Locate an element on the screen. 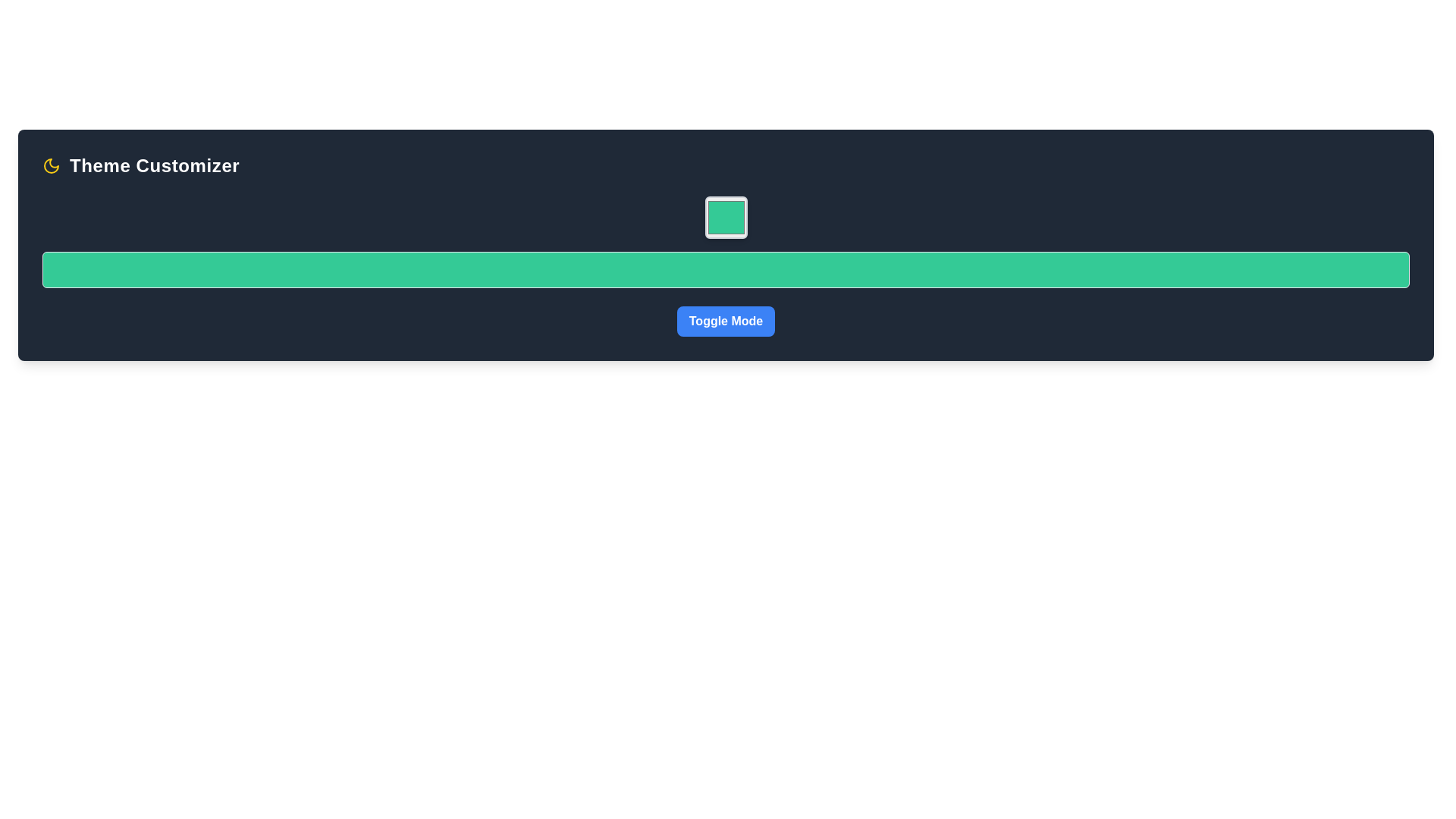 This screenshot has height=819, width=1456. the 'Toggle Mode' button located at the bottom of the 'Theme Customizer' panel to activate its hover effects is located at coordinates (725, 321).